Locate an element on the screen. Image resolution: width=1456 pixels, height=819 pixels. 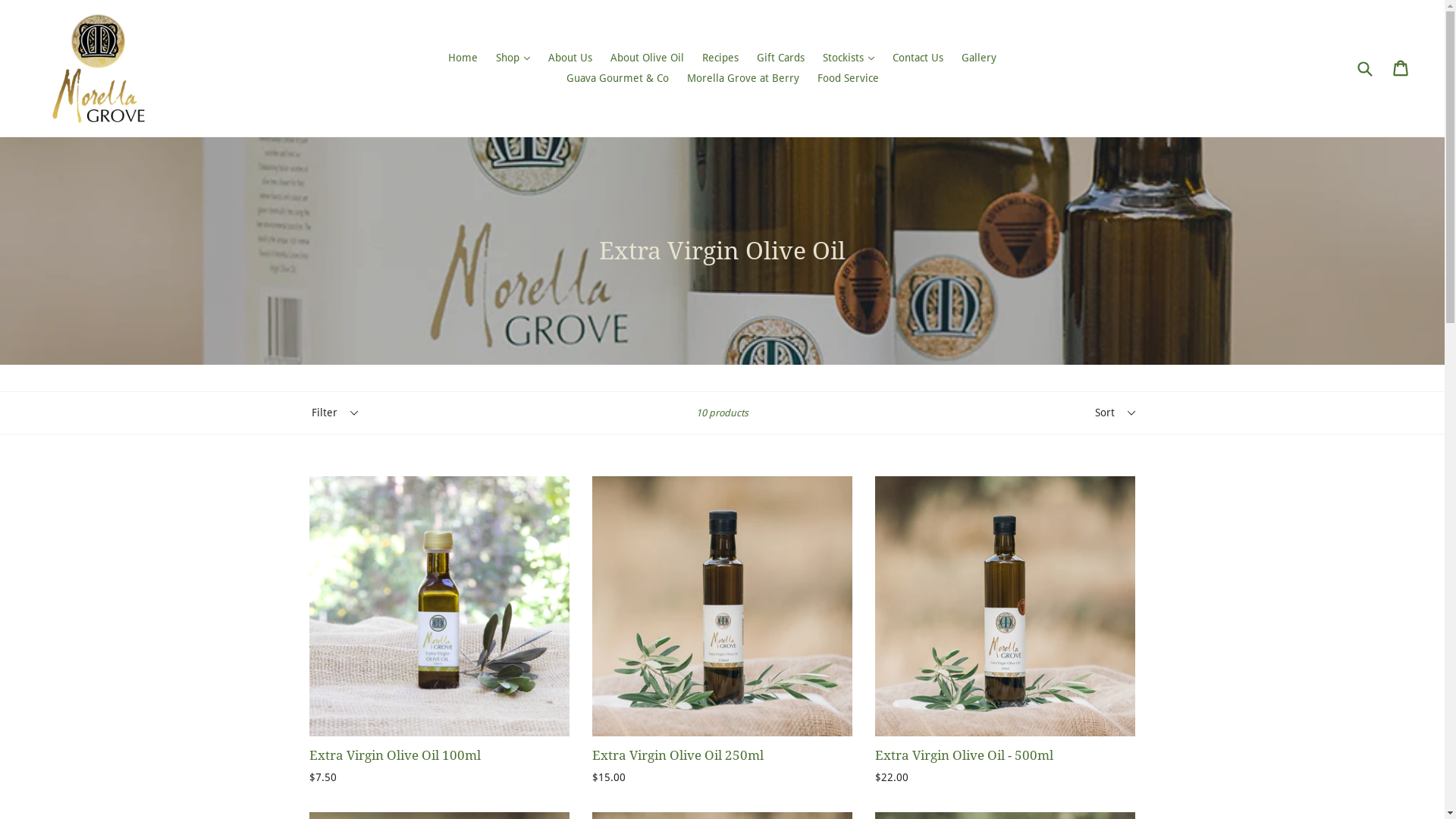
'Cart is located at coordinates (1393, 67).